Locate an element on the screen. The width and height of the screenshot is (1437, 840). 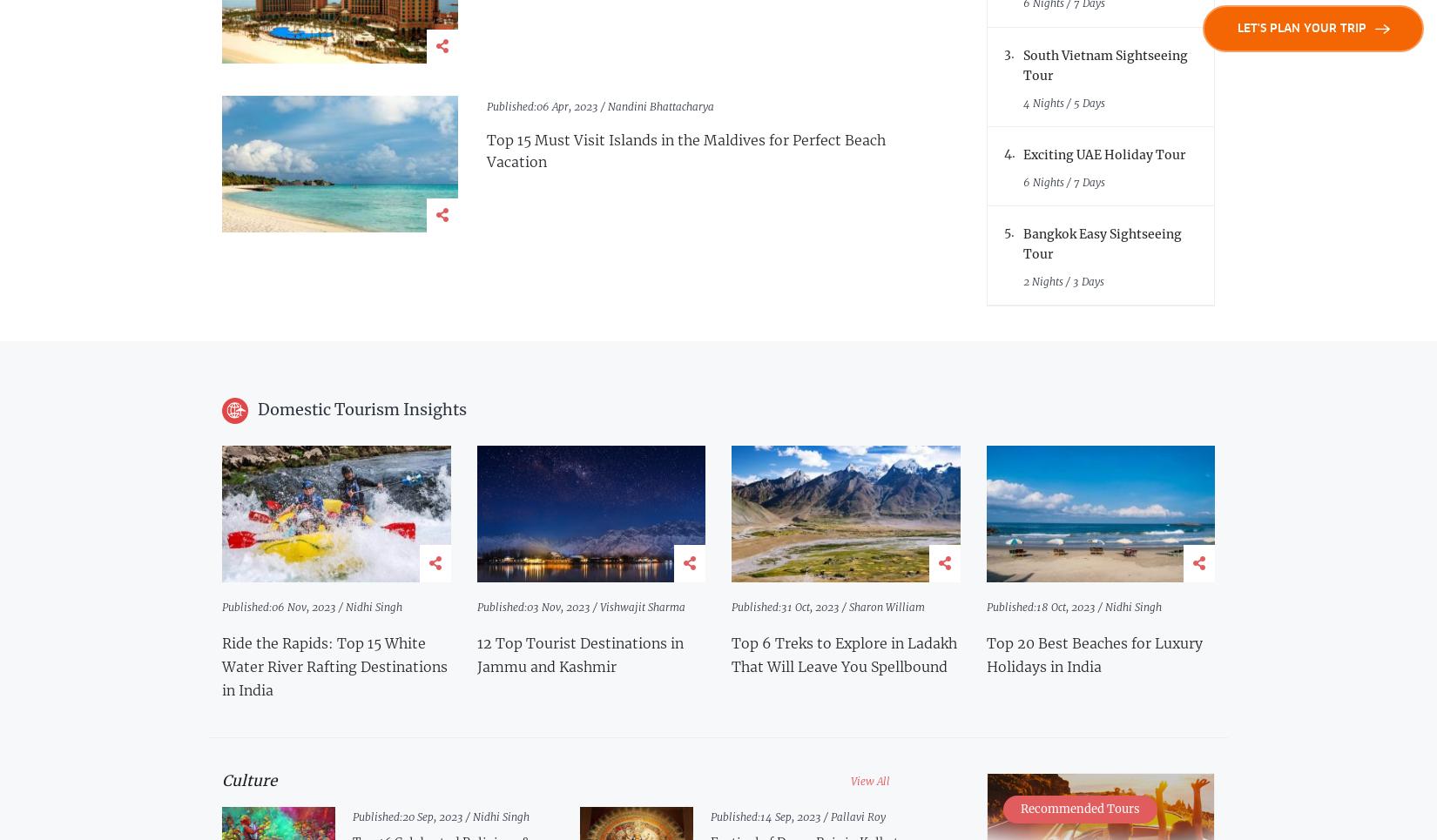
'Top 6 Treks to Explore in Ladakh That Will Leave You Spellbound' is located at coordinates (844, 654).